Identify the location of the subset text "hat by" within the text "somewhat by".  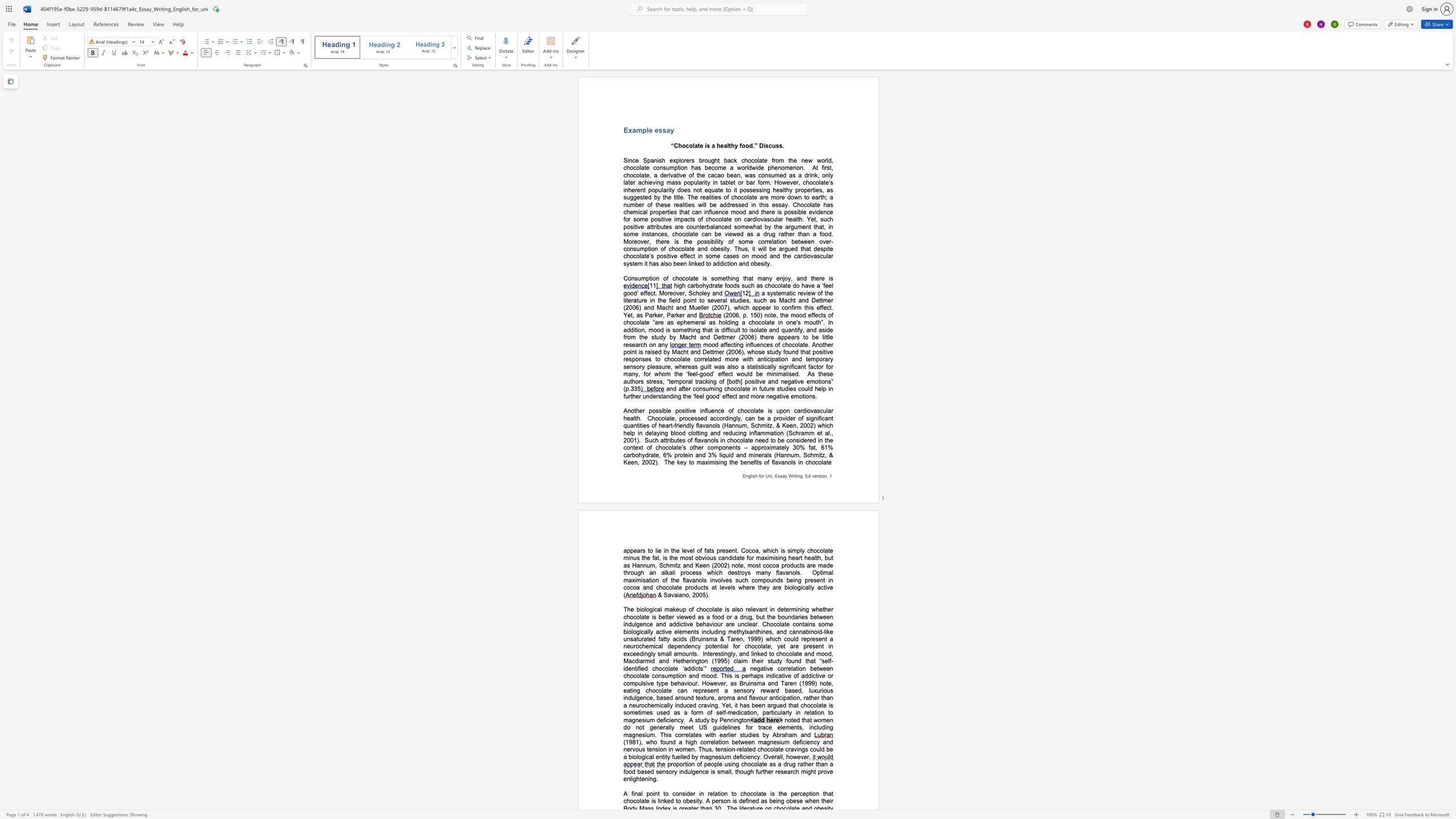
(753, 226).